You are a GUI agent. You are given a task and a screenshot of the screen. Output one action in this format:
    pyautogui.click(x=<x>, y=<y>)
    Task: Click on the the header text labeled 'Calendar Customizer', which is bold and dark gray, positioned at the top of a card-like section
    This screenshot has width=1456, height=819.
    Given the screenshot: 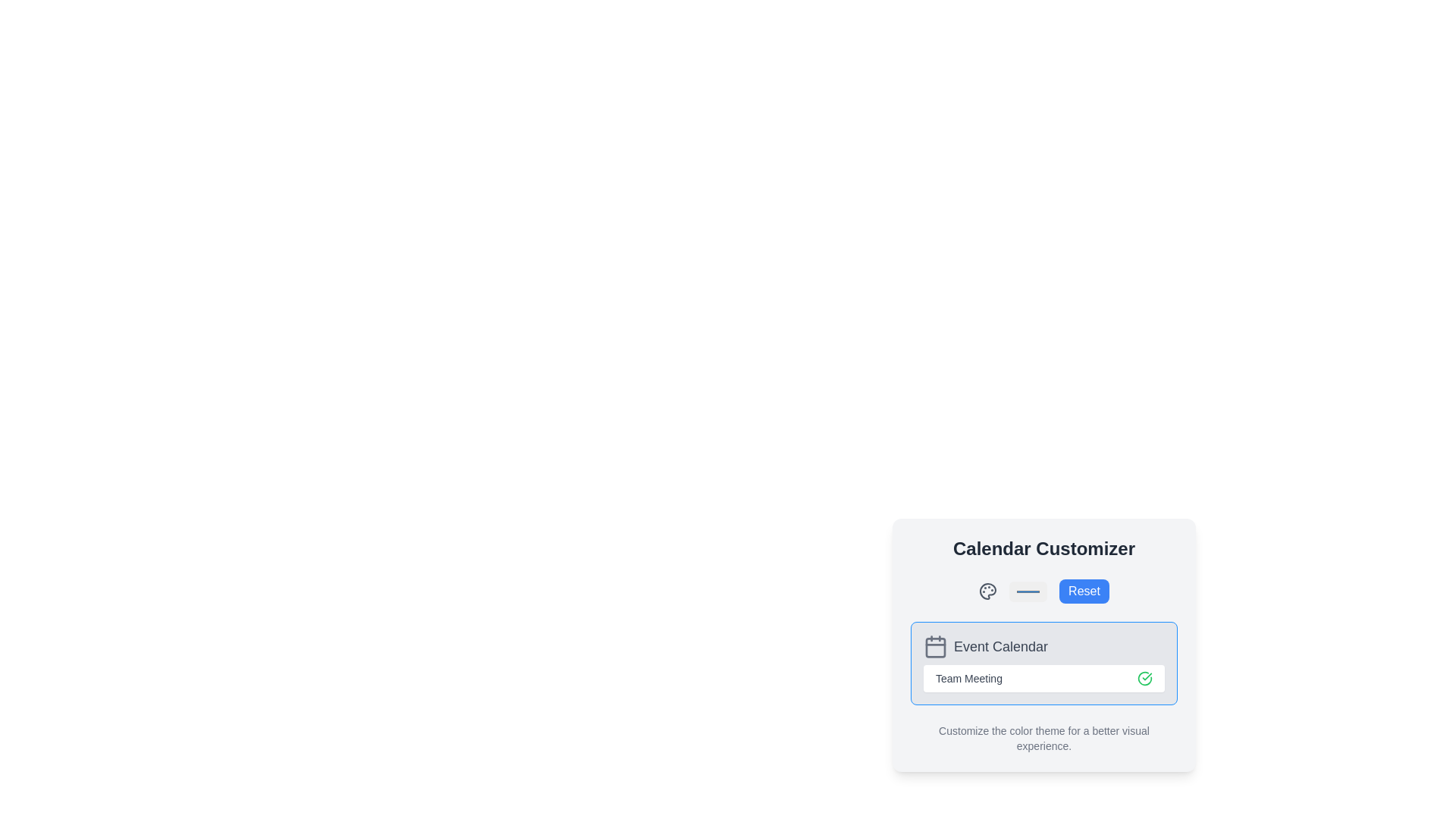 What is the action you would take?
    pyautogui.click(x=1043, y=549)
    